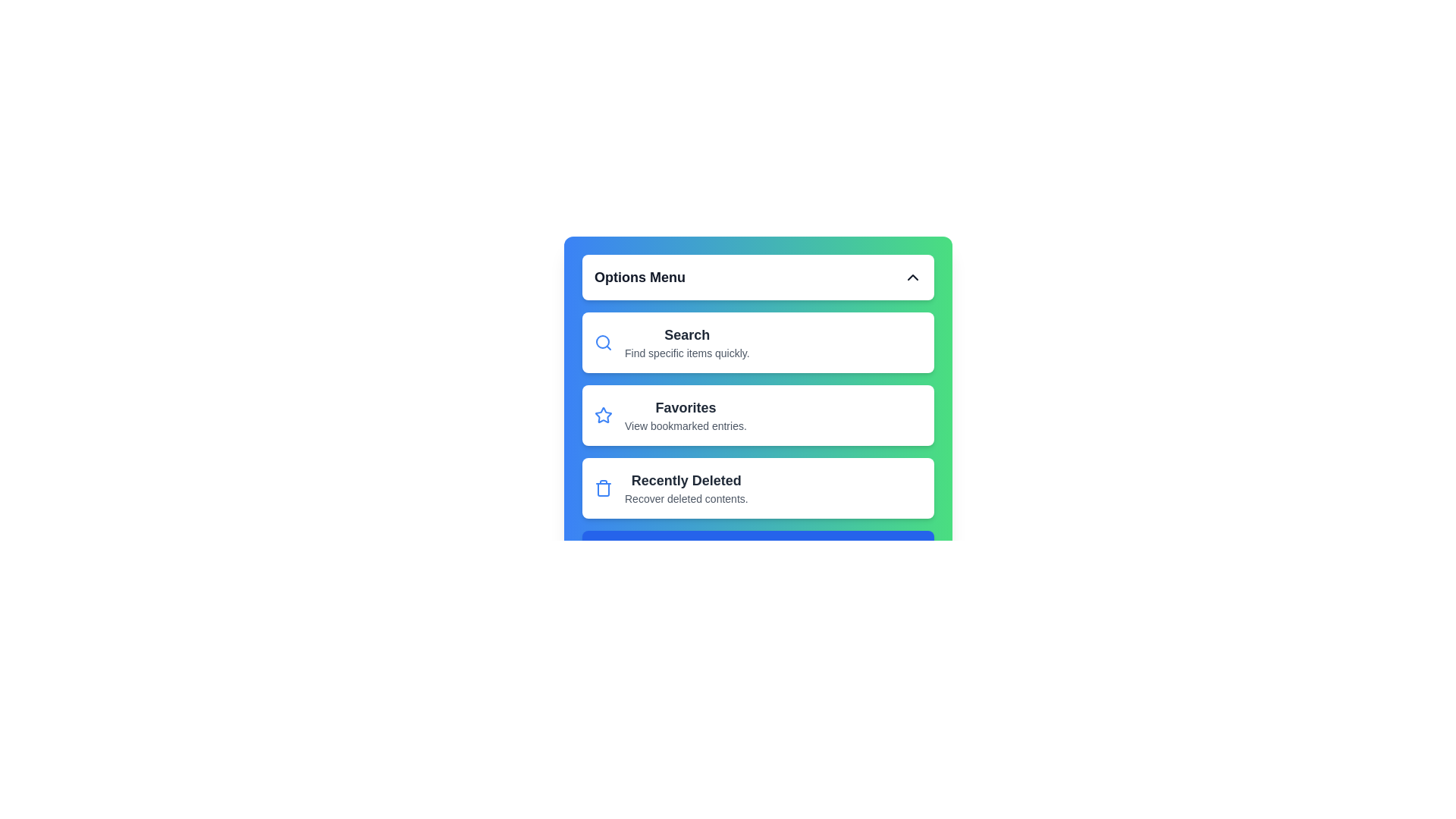  I want to click on the trash can icon representing the 'Recently Deleted' section, which serves as a visual identifier for this section, so click(603, 489).